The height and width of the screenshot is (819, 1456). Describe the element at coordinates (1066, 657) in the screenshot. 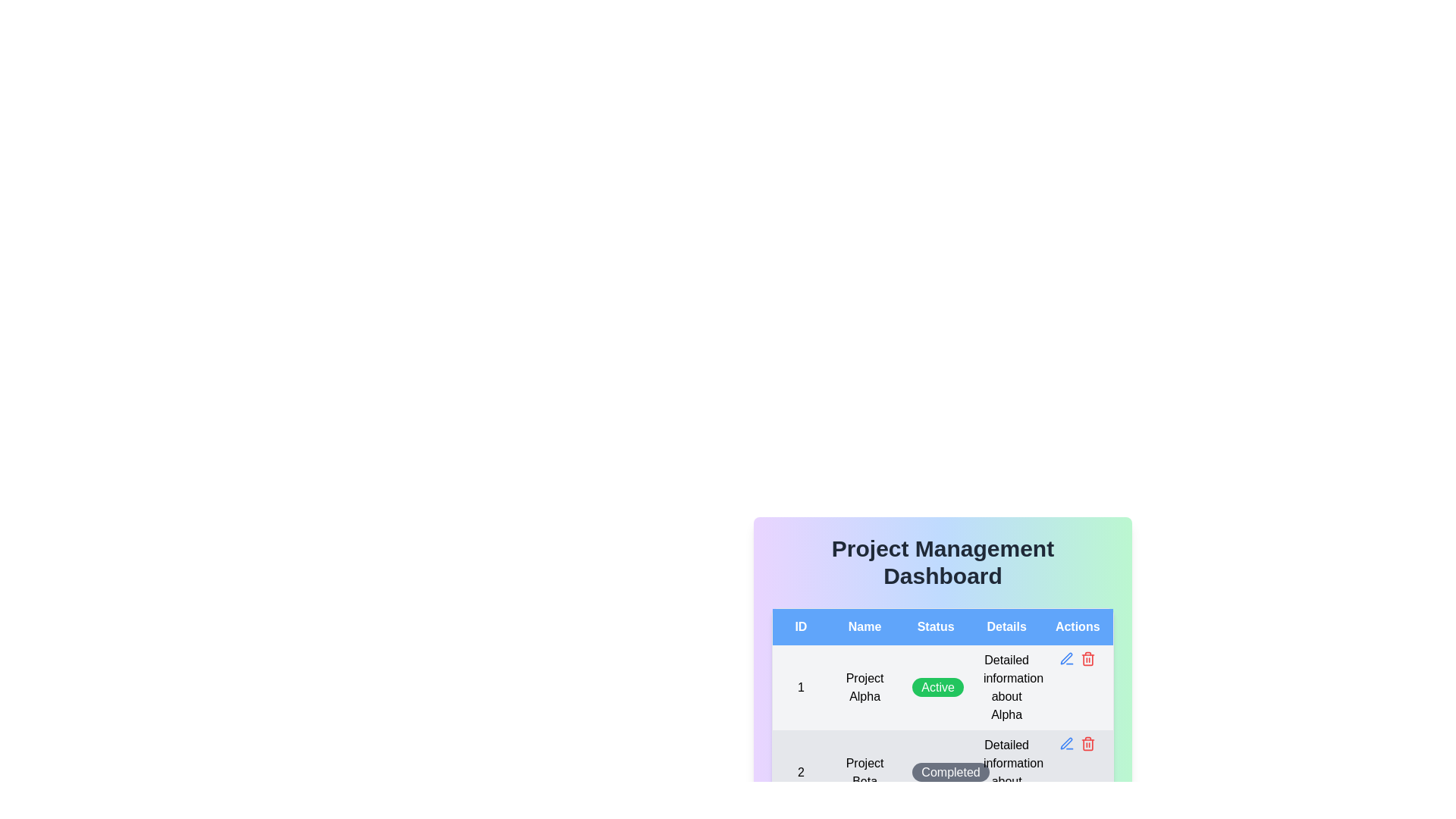

I see `the edit icon button located in the 'Actions' column of the first row of the table` at that location.